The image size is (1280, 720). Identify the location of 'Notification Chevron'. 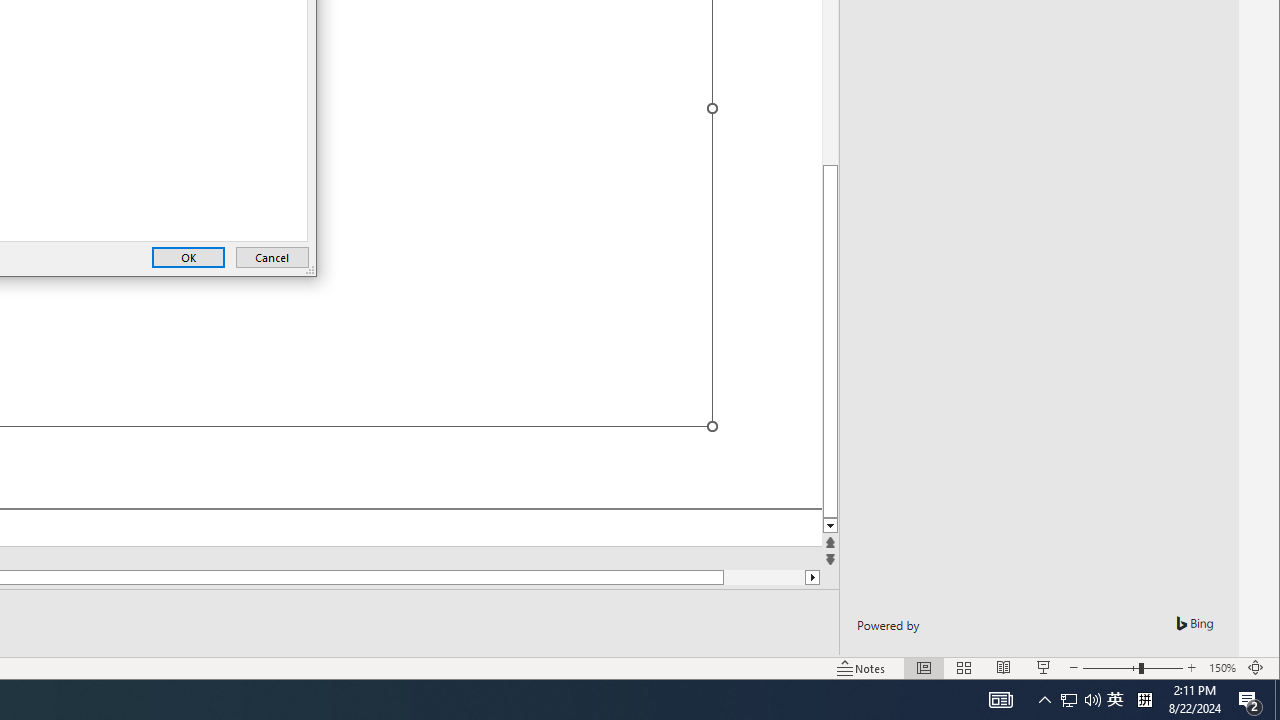
(1044, 698).